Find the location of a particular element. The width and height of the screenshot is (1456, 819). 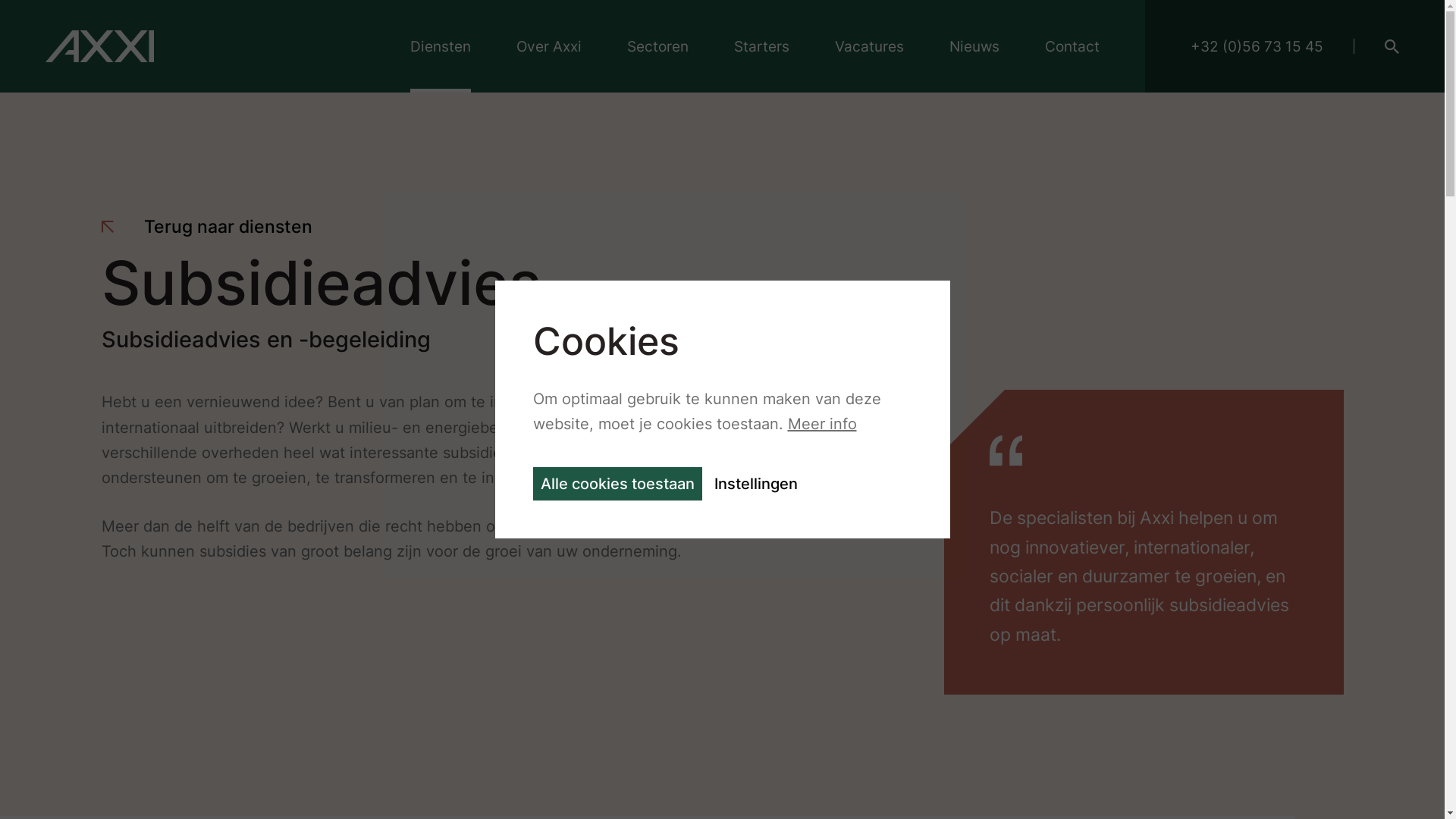

'Instellingen' is located at coordinates (756, 483).